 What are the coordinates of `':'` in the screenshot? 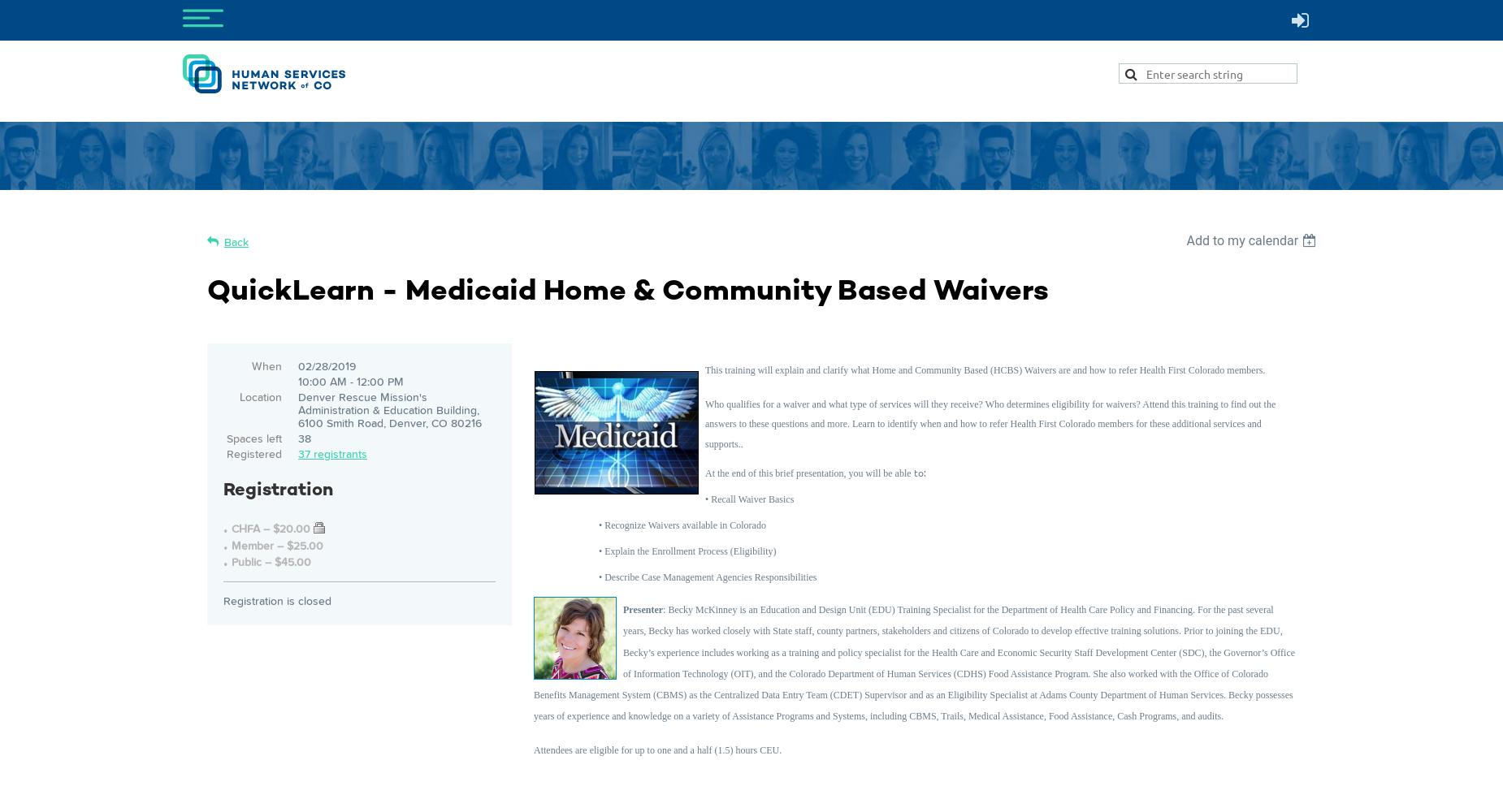 It's located at (665, 610).